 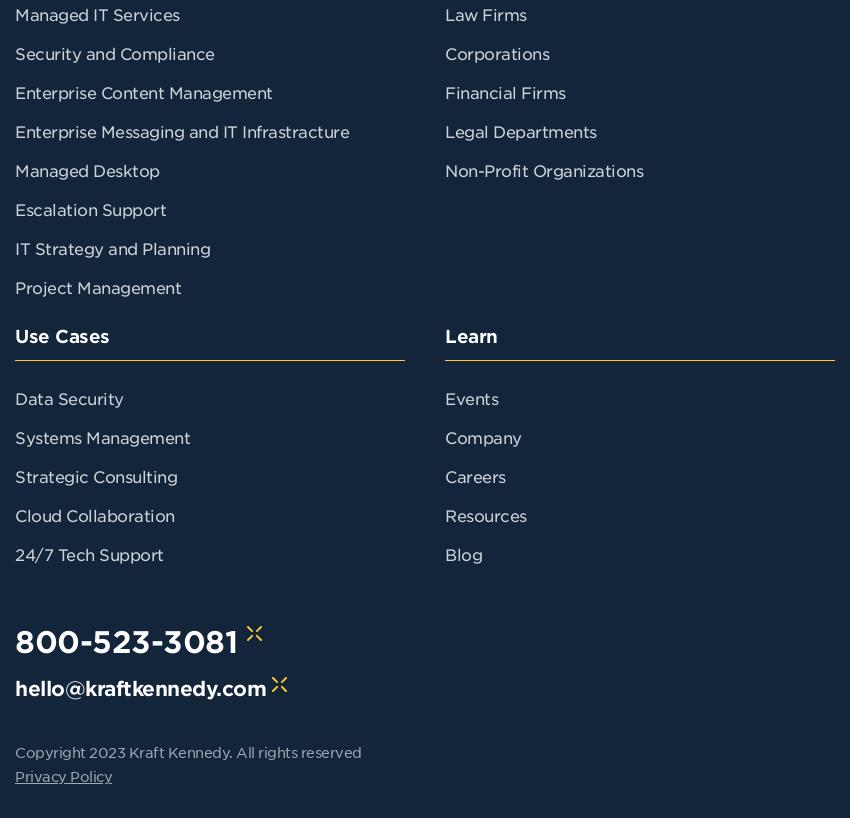 What do you see at coordinates (124, 640) in the screenshot?
I see `'800-523-3081'` at bounding box center [124, 640].